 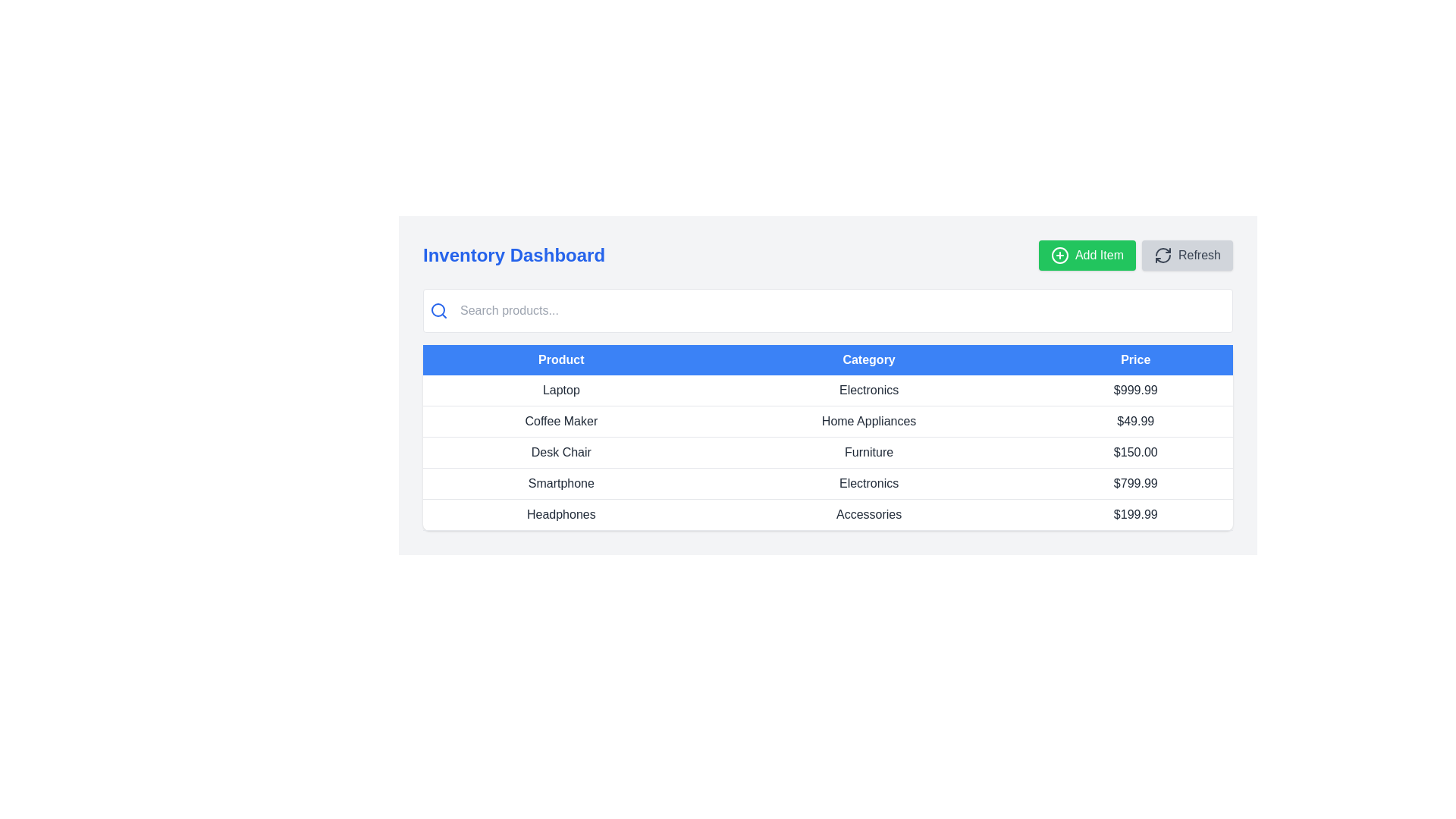 What do you see at coordinates (1186, 254) in the screenshot?
I see `the 'Refresh' button located at the top-right corner of the interface, which has a light gray background and a dark gray circular arrow symbol` at bounding box center [1186, 254].